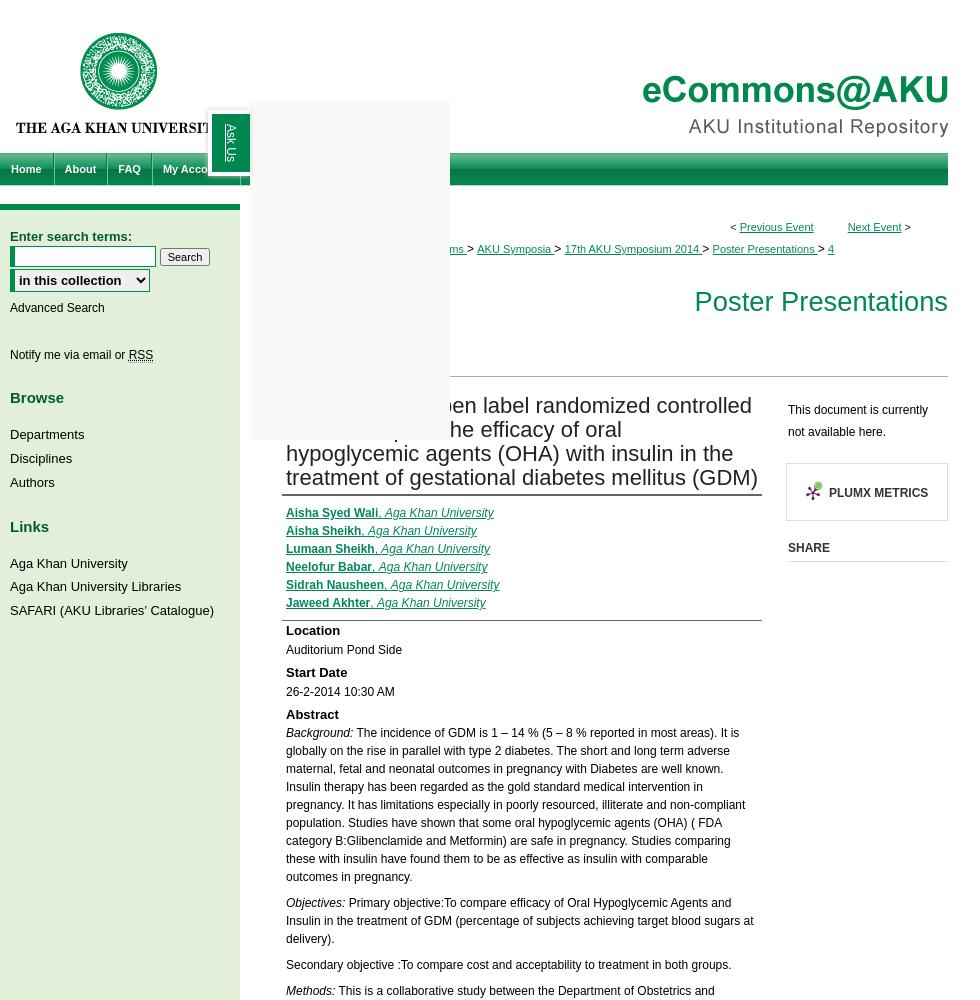 This screenshot has width=980, height=1000. What do you see at coordinates (857, 420) in the screenshot?
I see `'This document is currently not available here.'` at bounding box center [857, 420].